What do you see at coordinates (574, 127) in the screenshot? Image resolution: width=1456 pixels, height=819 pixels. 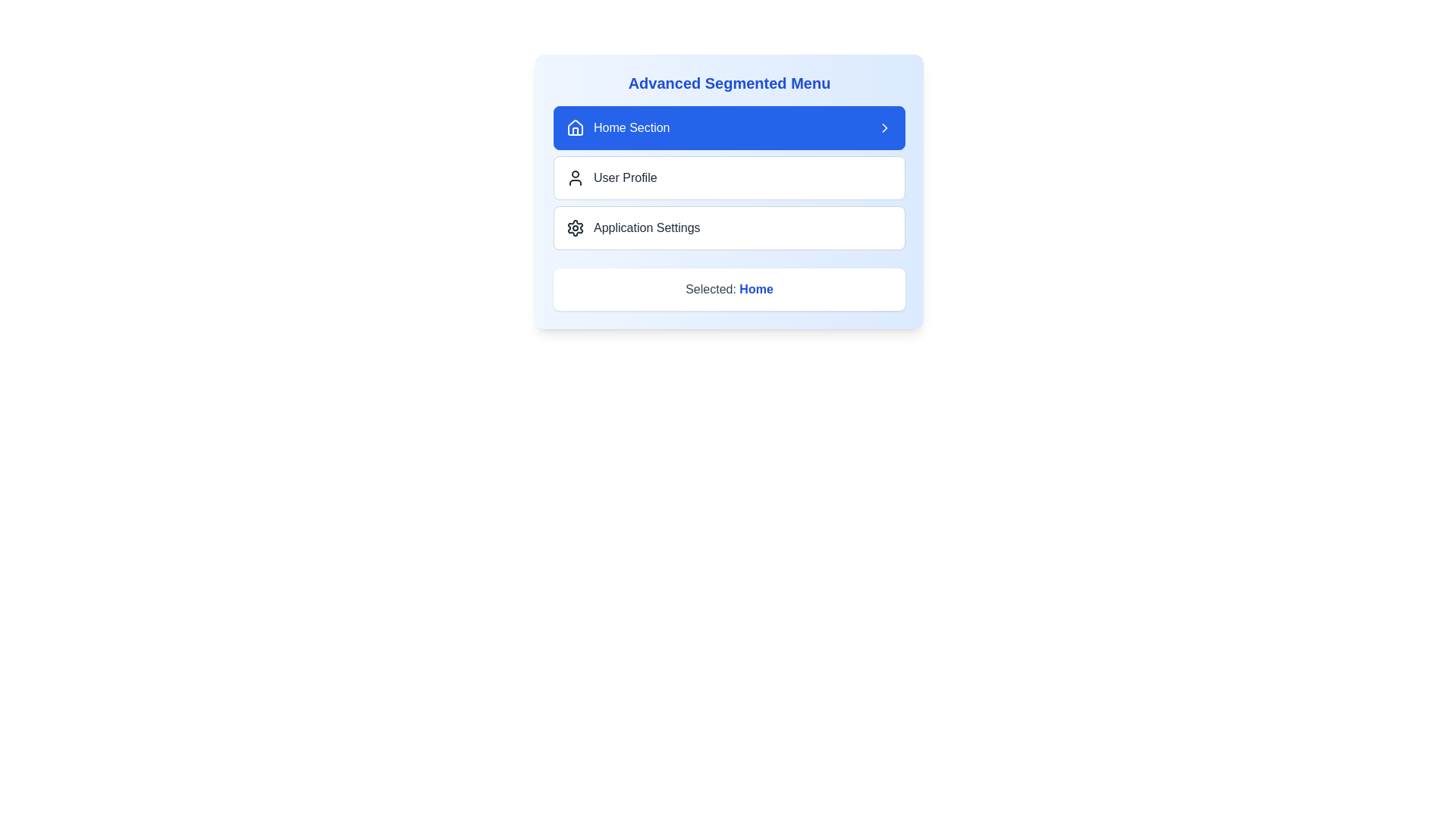 I see `the 'Home Section' button in the segmented menu by clicking on its graphic indicator located at the topmost position` at bounding box center [574, 127].